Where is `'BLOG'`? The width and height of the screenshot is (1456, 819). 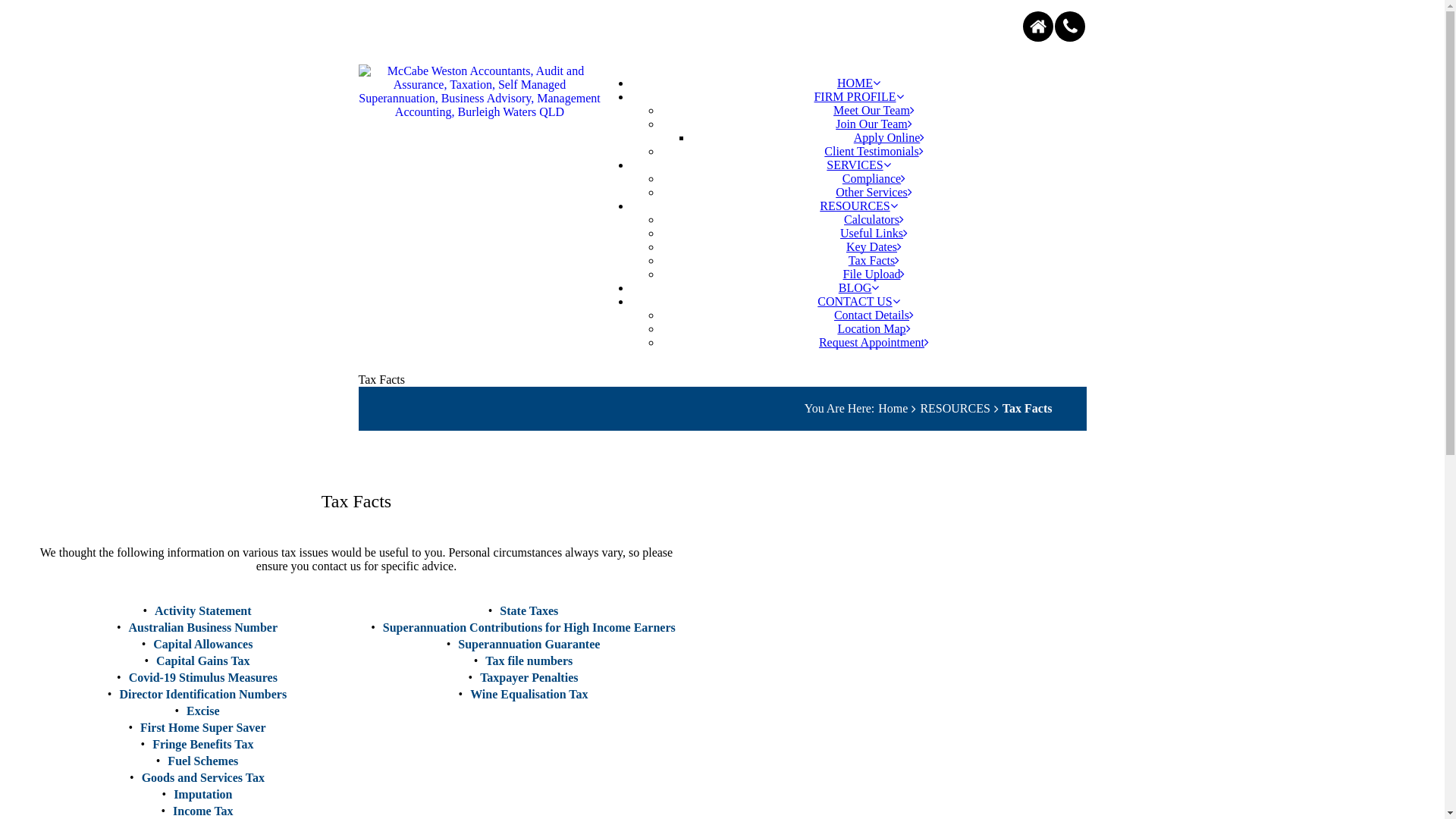
'BLOG' is located at coordinates (837, 287).